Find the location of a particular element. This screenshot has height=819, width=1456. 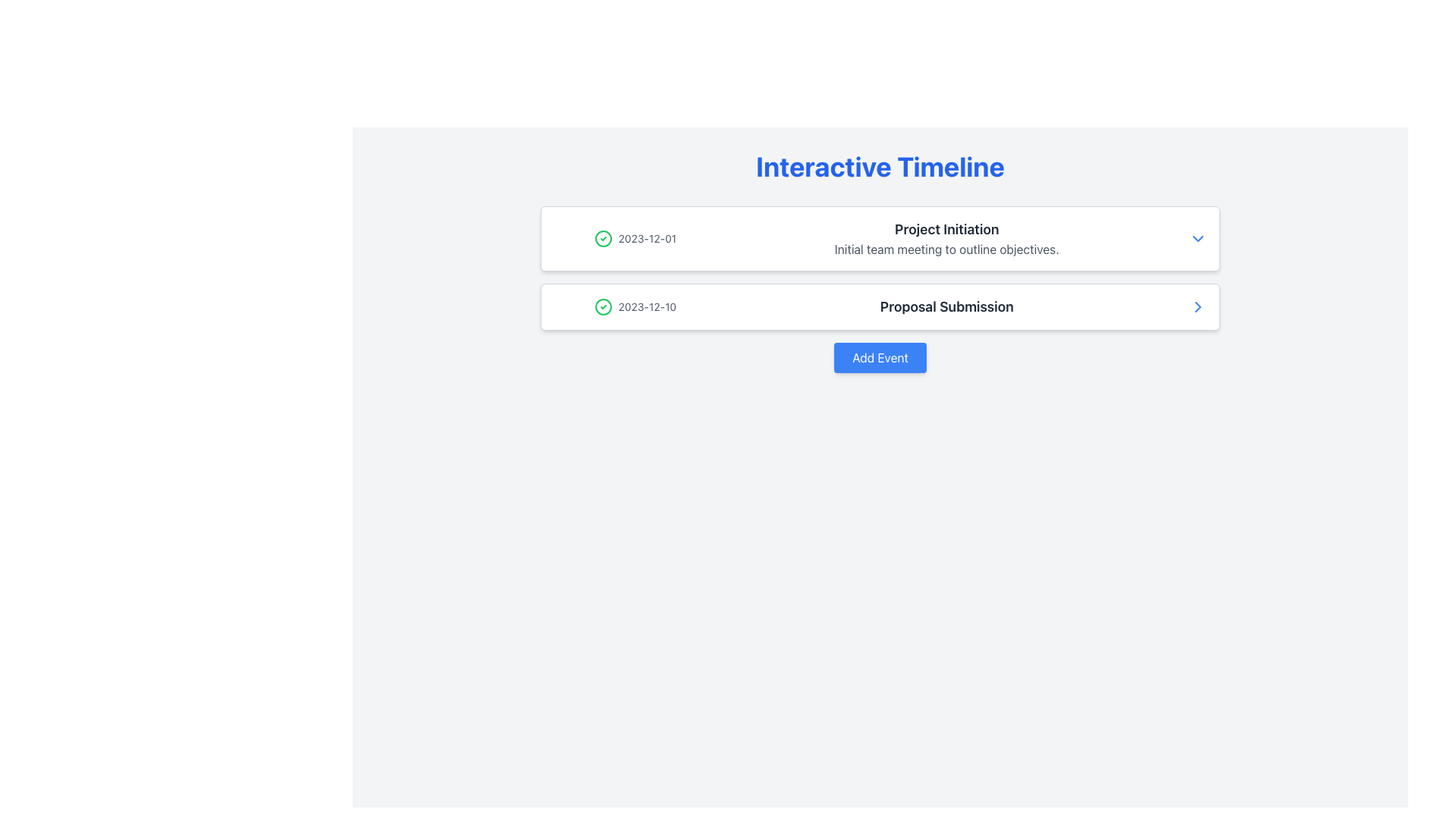

the dark arrow-shaped icon positioned on the far-right side of the 'Proposal Submission' event entry is located at coordinates (1197, 307).